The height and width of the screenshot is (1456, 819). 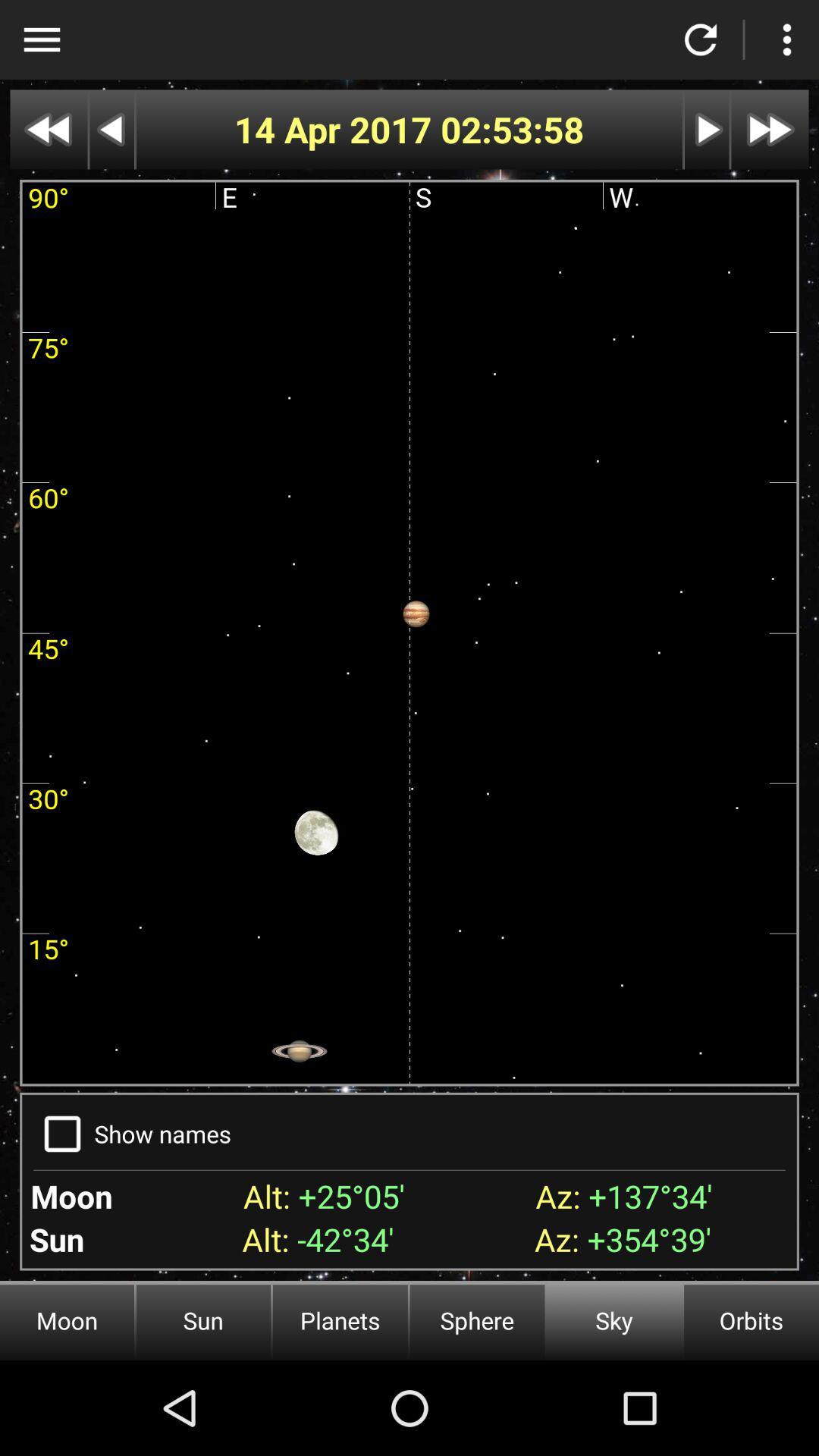 I want to click on go back, so click(x=111, y=130).